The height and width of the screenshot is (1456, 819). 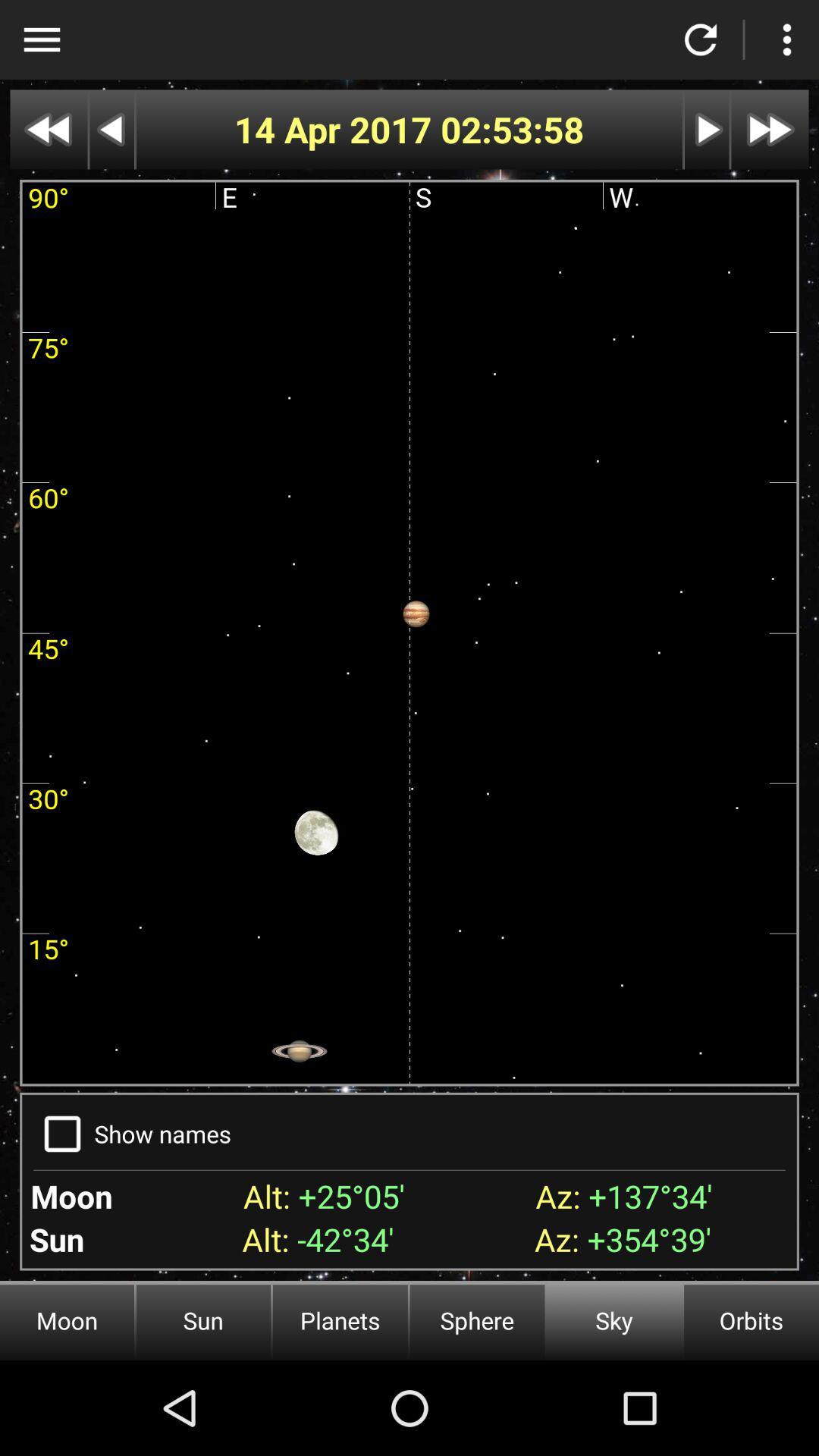 I want to click on go back, so click(x=111, y=130).